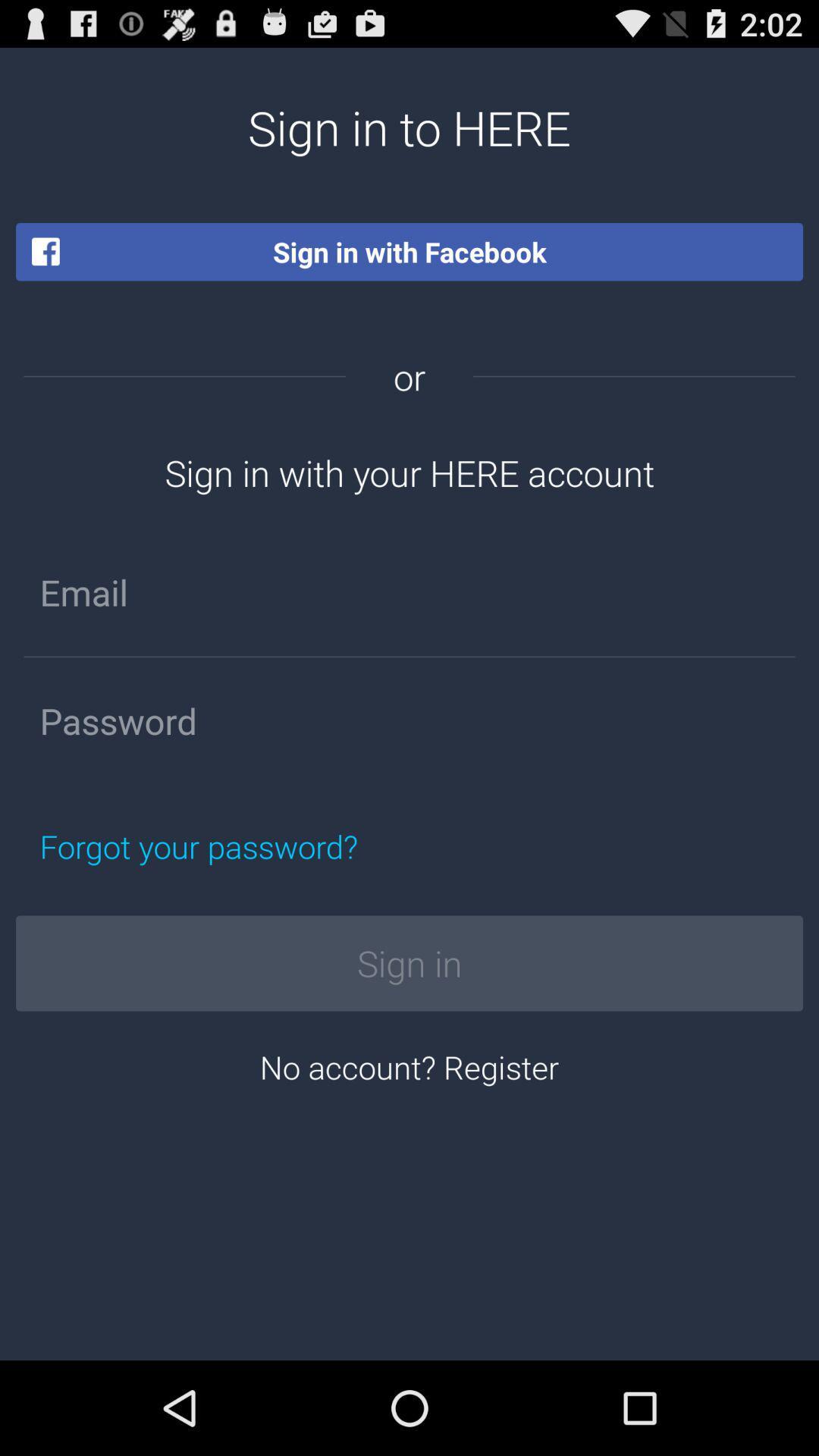 This screenshot has width=819, height=1456. I want to click on icon below sign in item, so click(409, 1065).